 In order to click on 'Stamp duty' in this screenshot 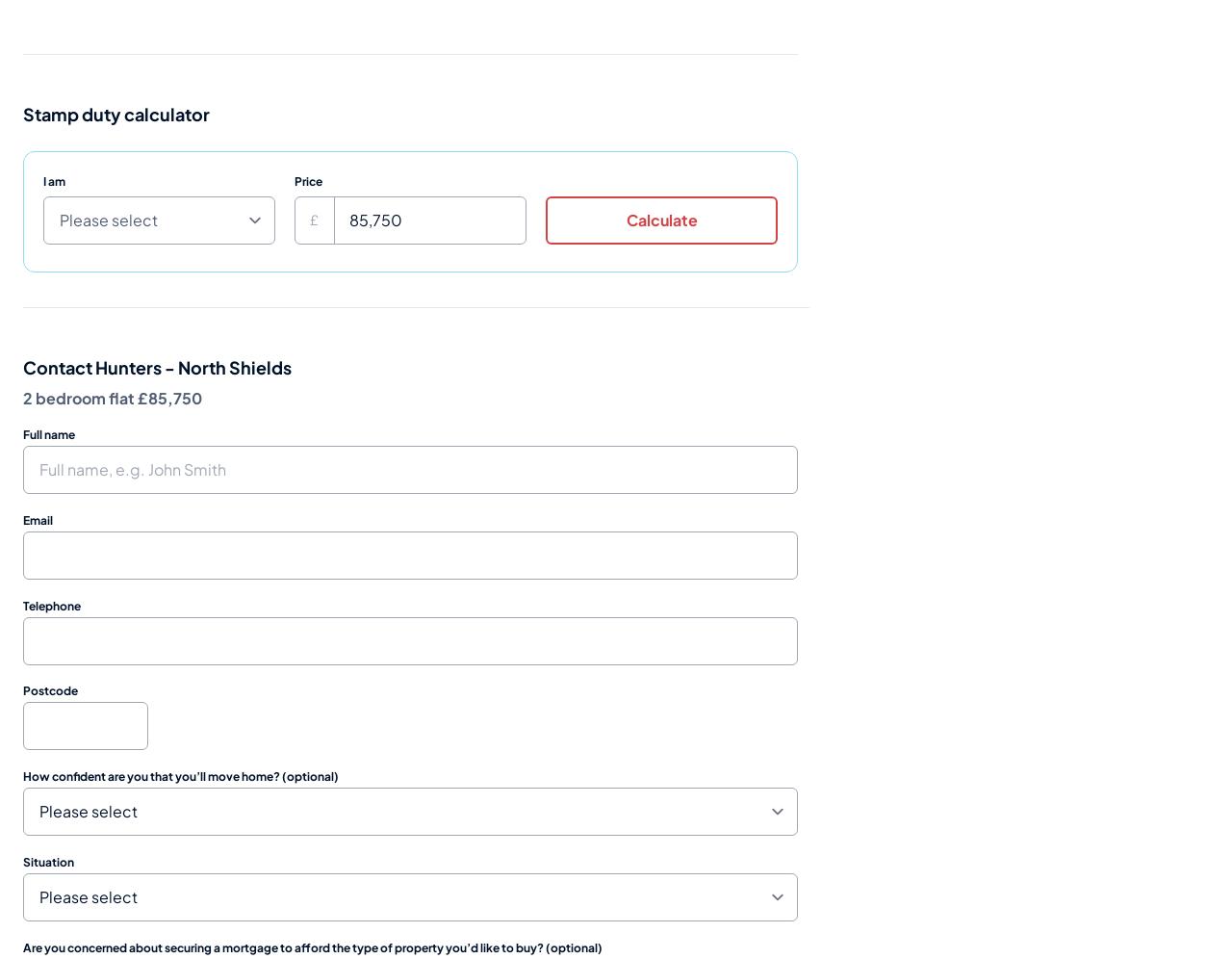, I will do `click(72, 113)`.